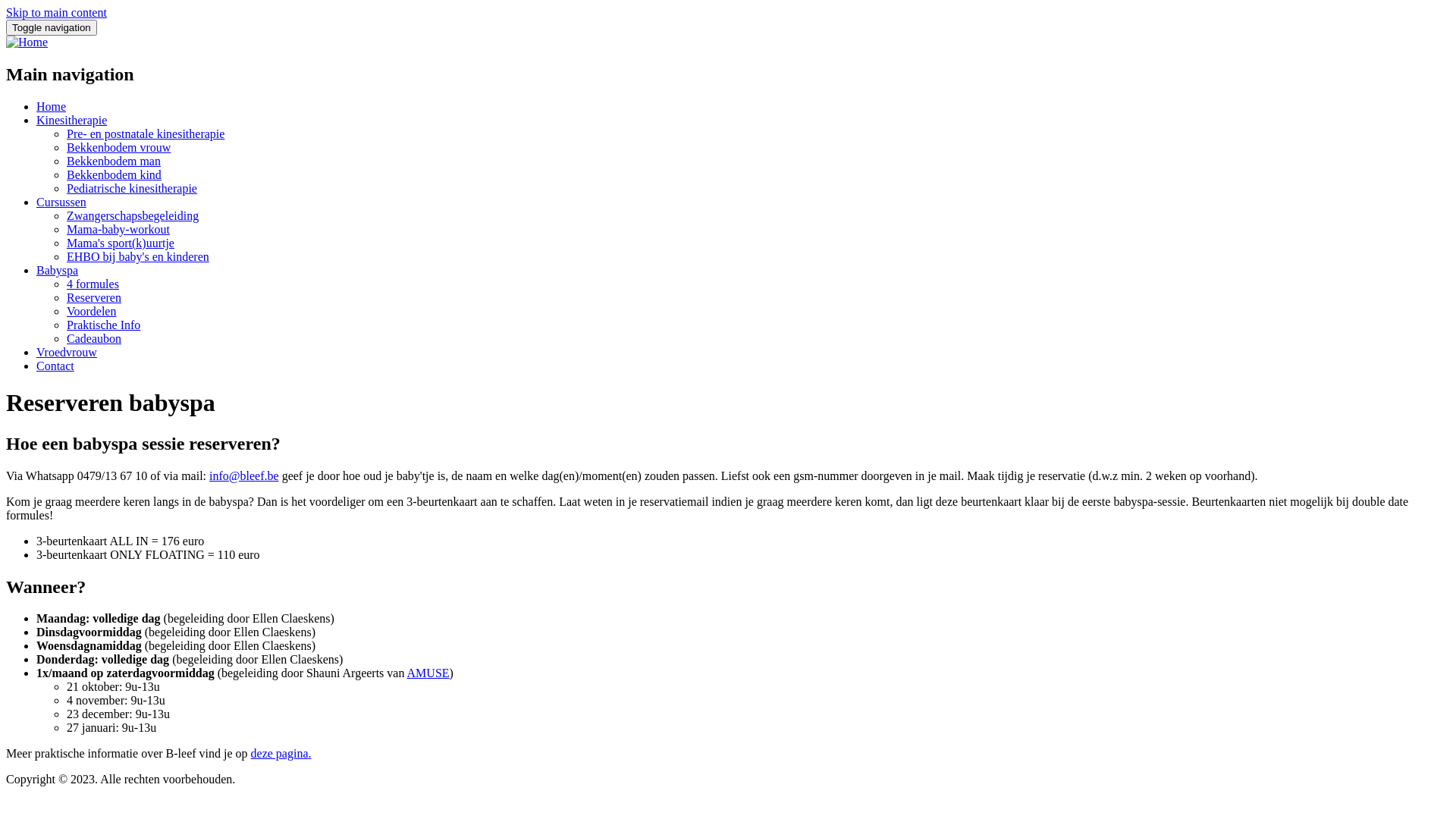 The width and height of the screenshot is (1456, 819). What do you see at coordinates (251, 753) in the screenshot?
I see `'deze pagina'` at bounding box center [251, 753].